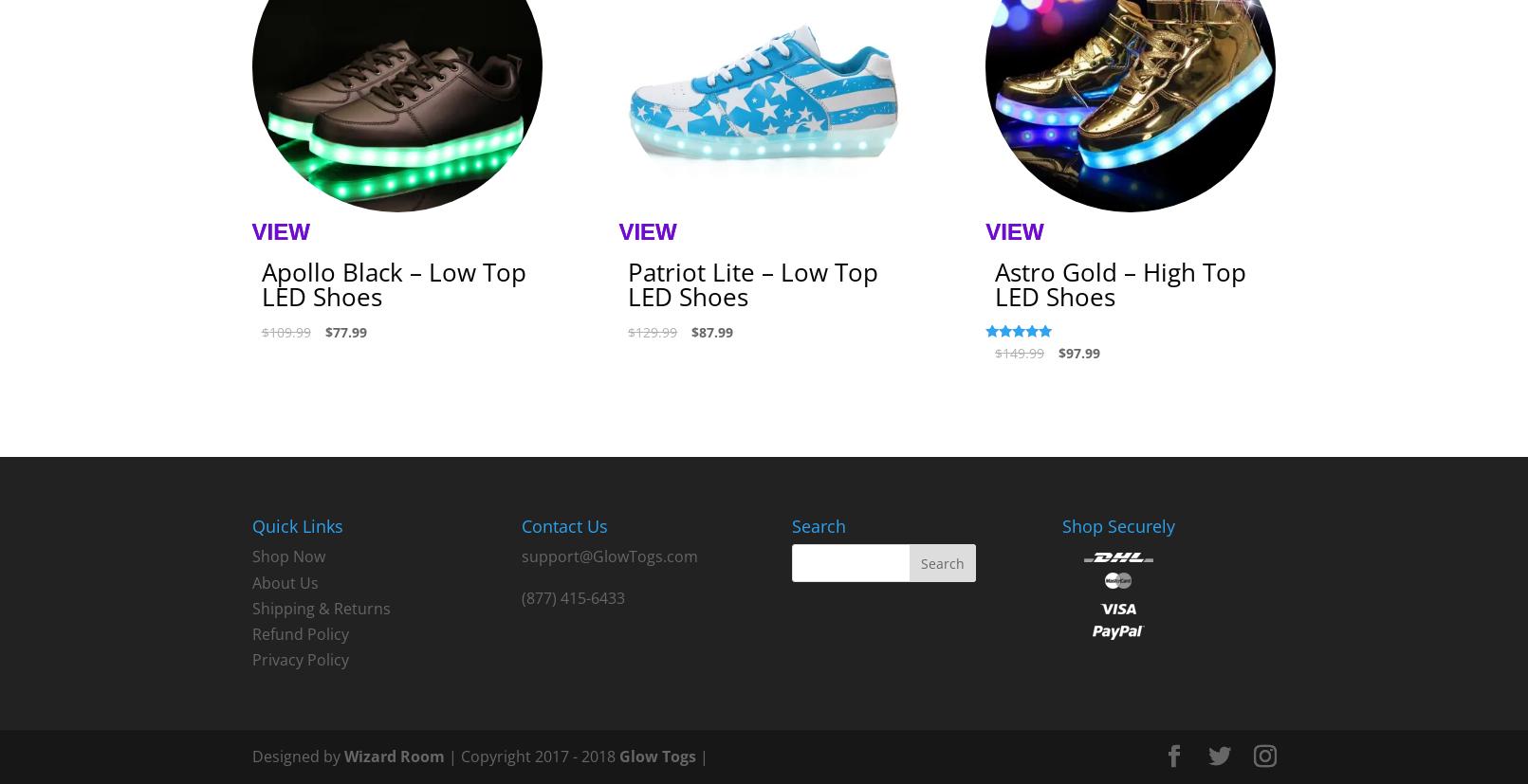  I want to click on 'Shop Now', so click(287, 556).